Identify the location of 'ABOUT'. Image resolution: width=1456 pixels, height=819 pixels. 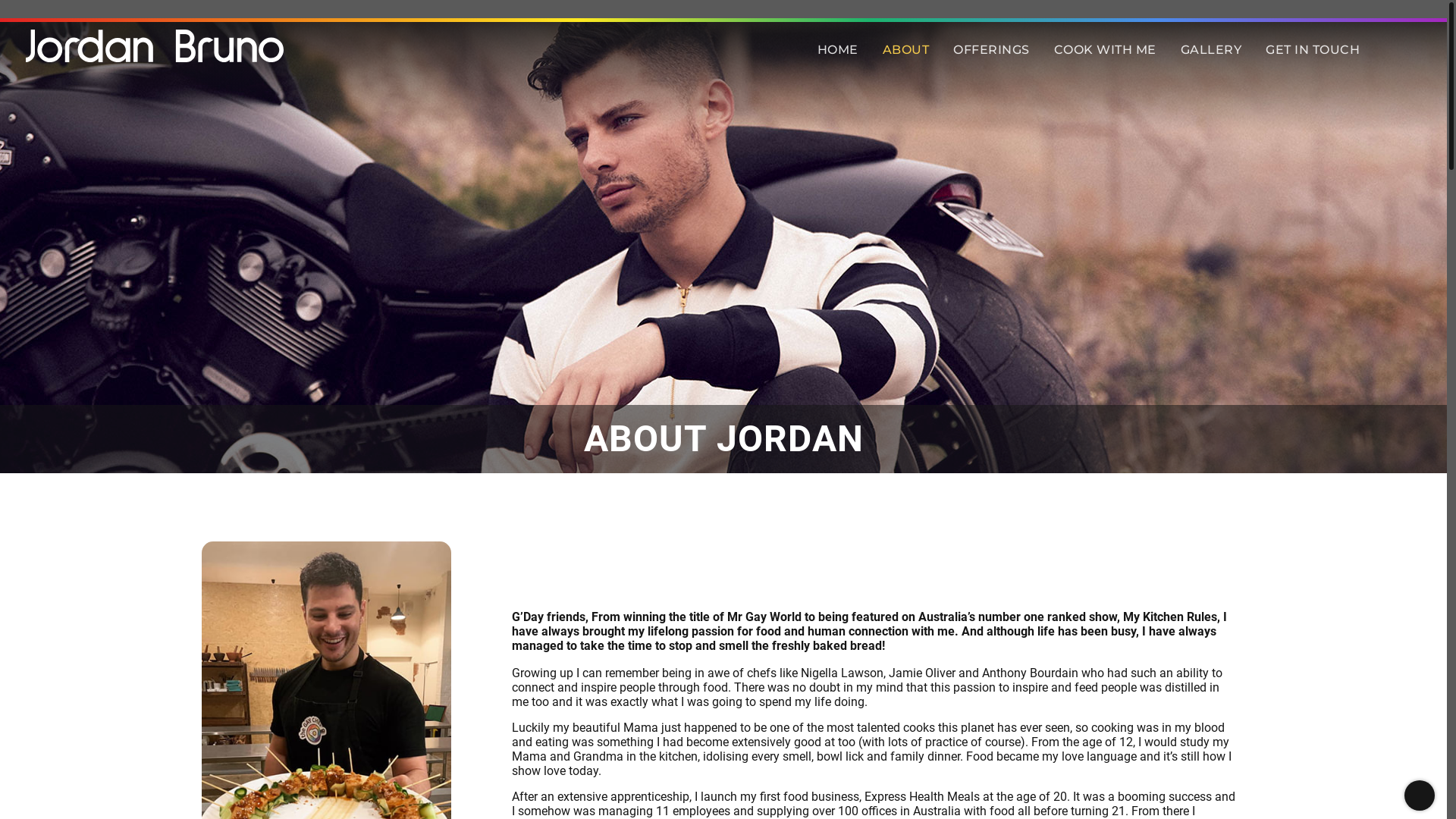
(906, 49).